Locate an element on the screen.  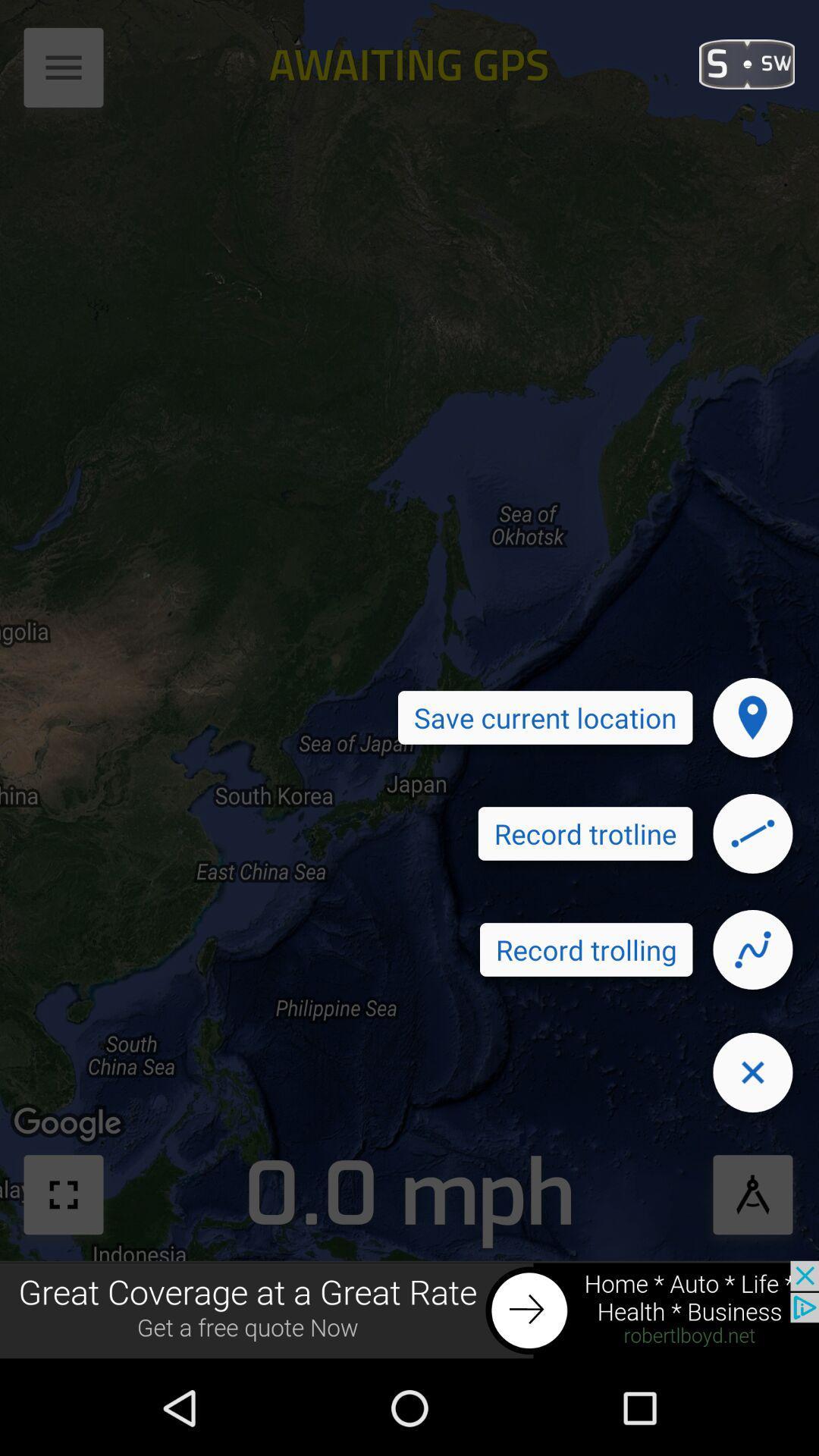
the menu icon is located at coordinates (64, 72).